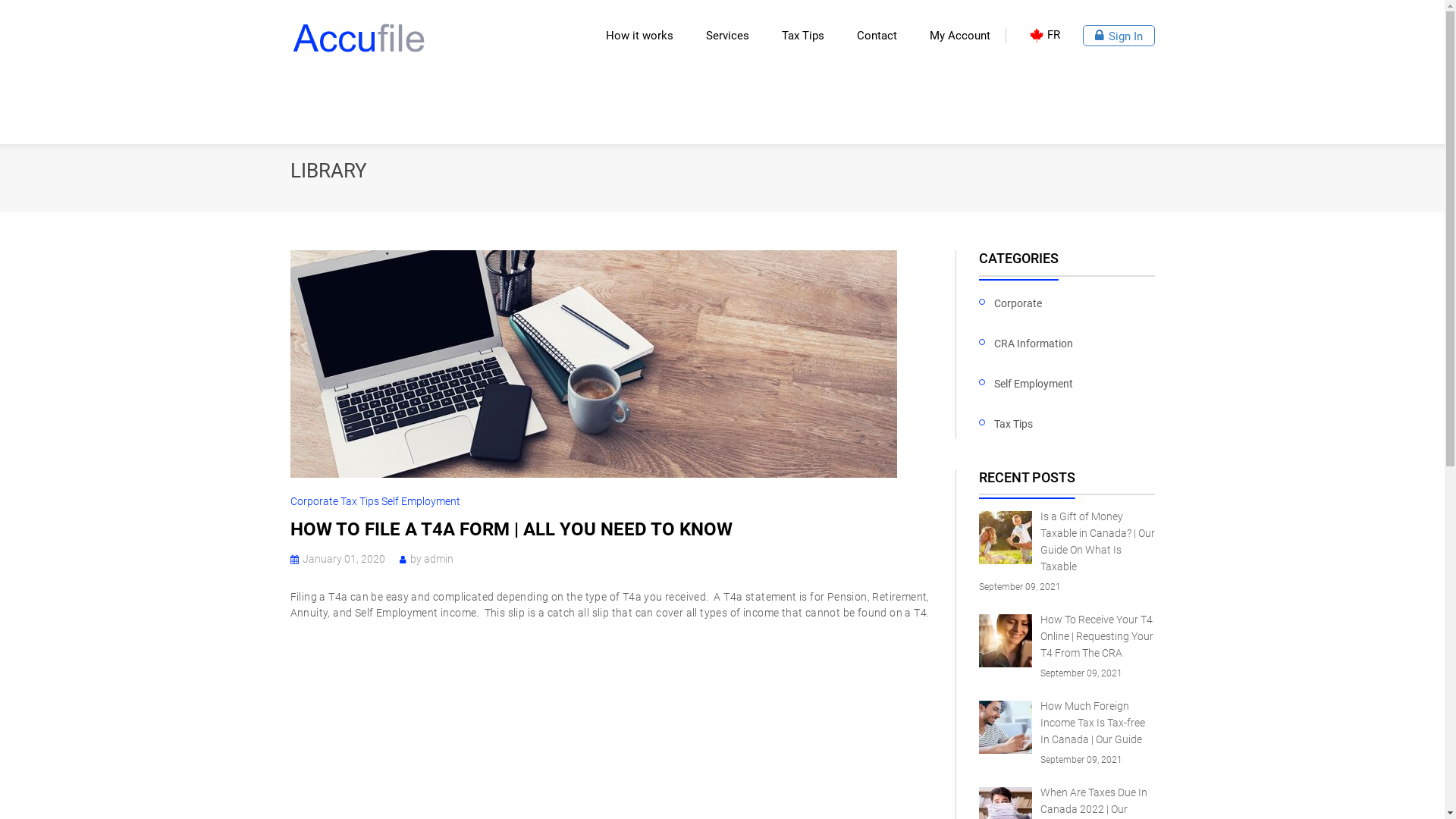 This screenshot has height=819, width=1456. Describe the element at coordinates (313, 500) in the screenshot. I see `'Corporate'` at that location.